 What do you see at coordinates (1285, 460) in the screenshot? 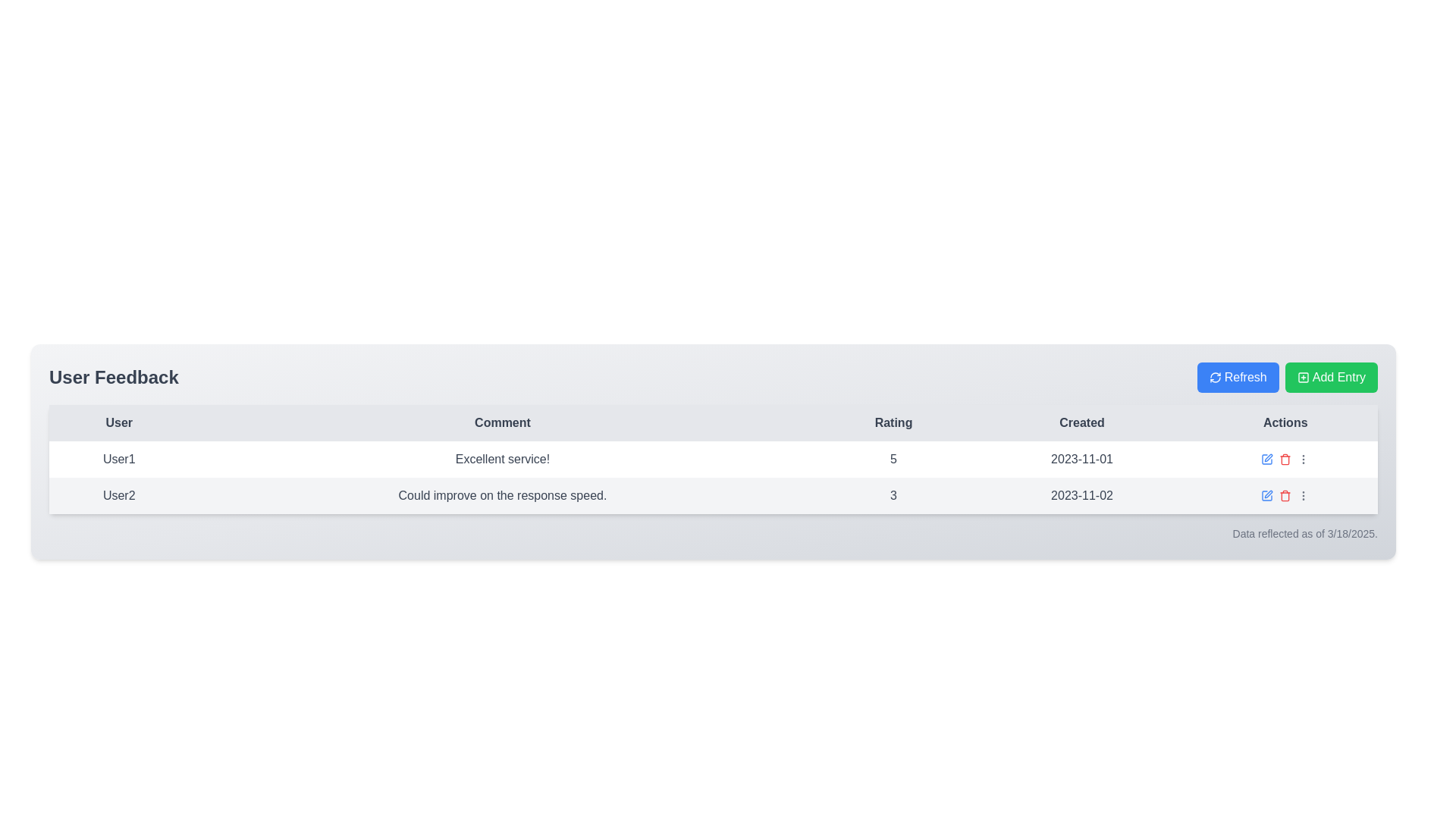
I see `the vertically elongated part of the trash icon located in the 'Actions' column of the second row of the feedback table` at bounding box center [1285, 460].